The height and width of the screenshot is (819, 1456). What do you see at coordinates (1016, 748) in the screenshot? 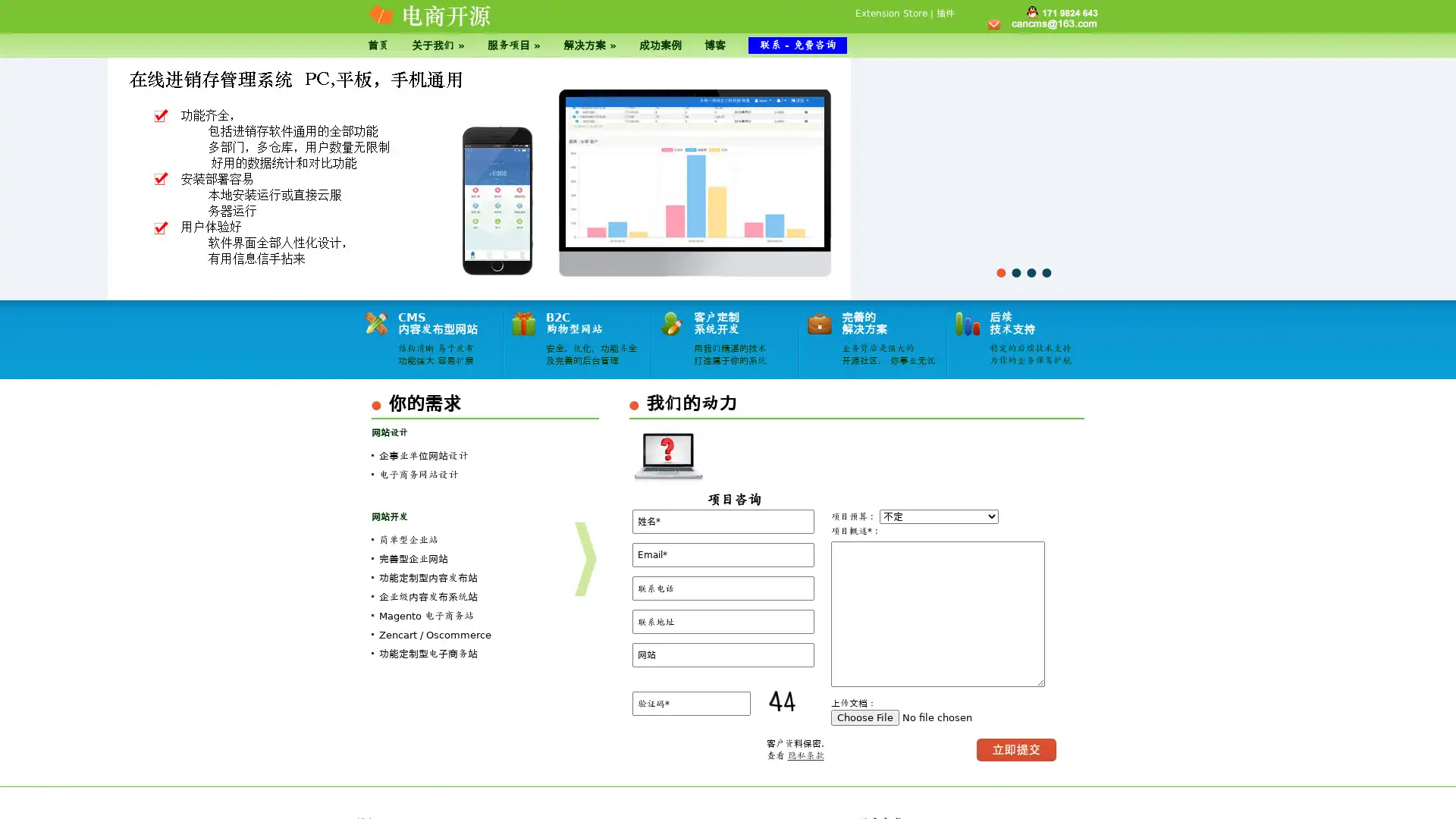
I see `Submit` at bounding box center [1016, 748].